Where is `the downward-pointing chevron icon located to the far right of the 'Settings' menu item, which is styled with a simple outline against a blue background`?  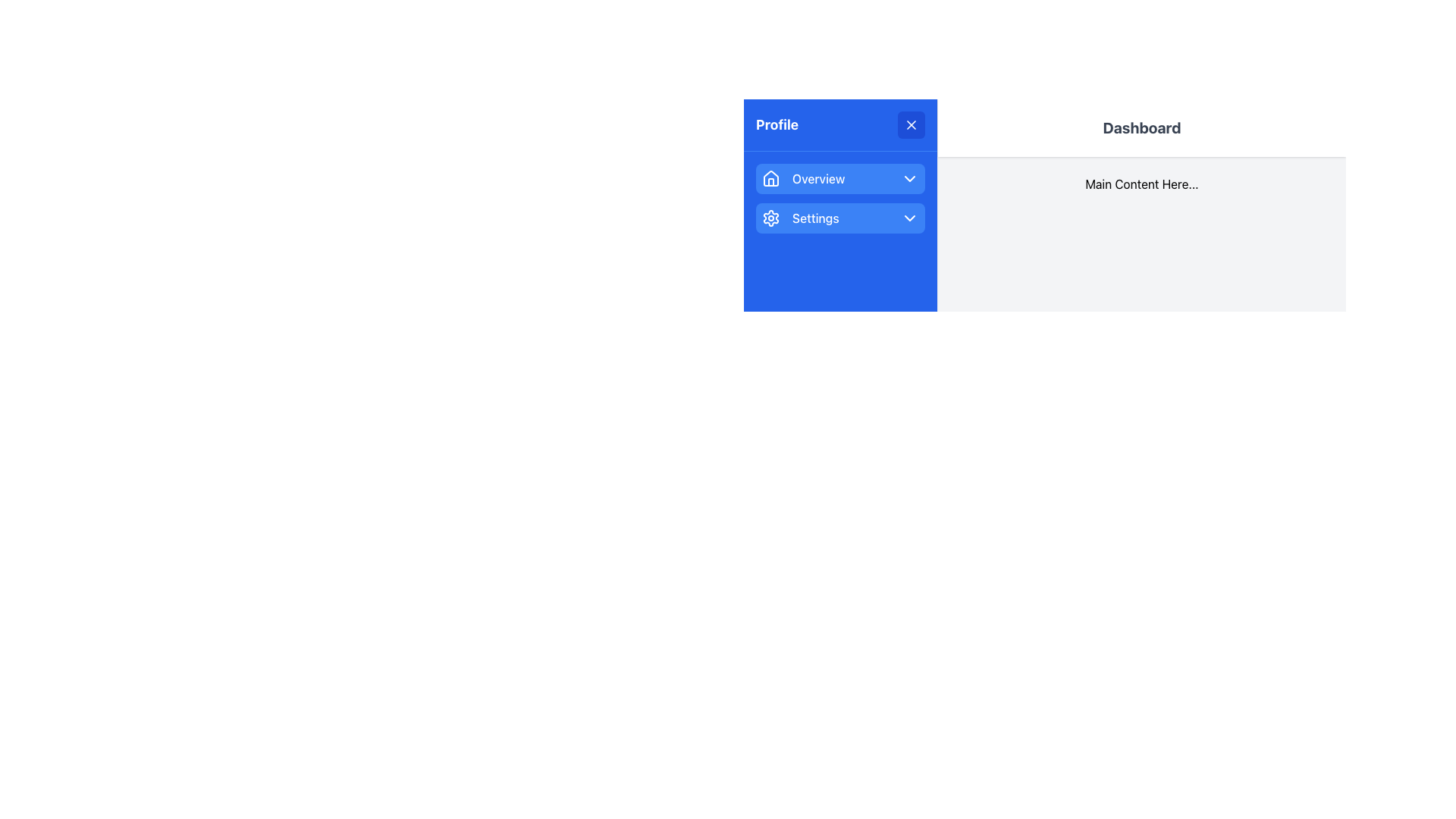 the downward-pointing chevron icon located to the far right of the 'Settings' menu item, which is styled with a simple outline against a blue background is located at coordinates (910, 218).